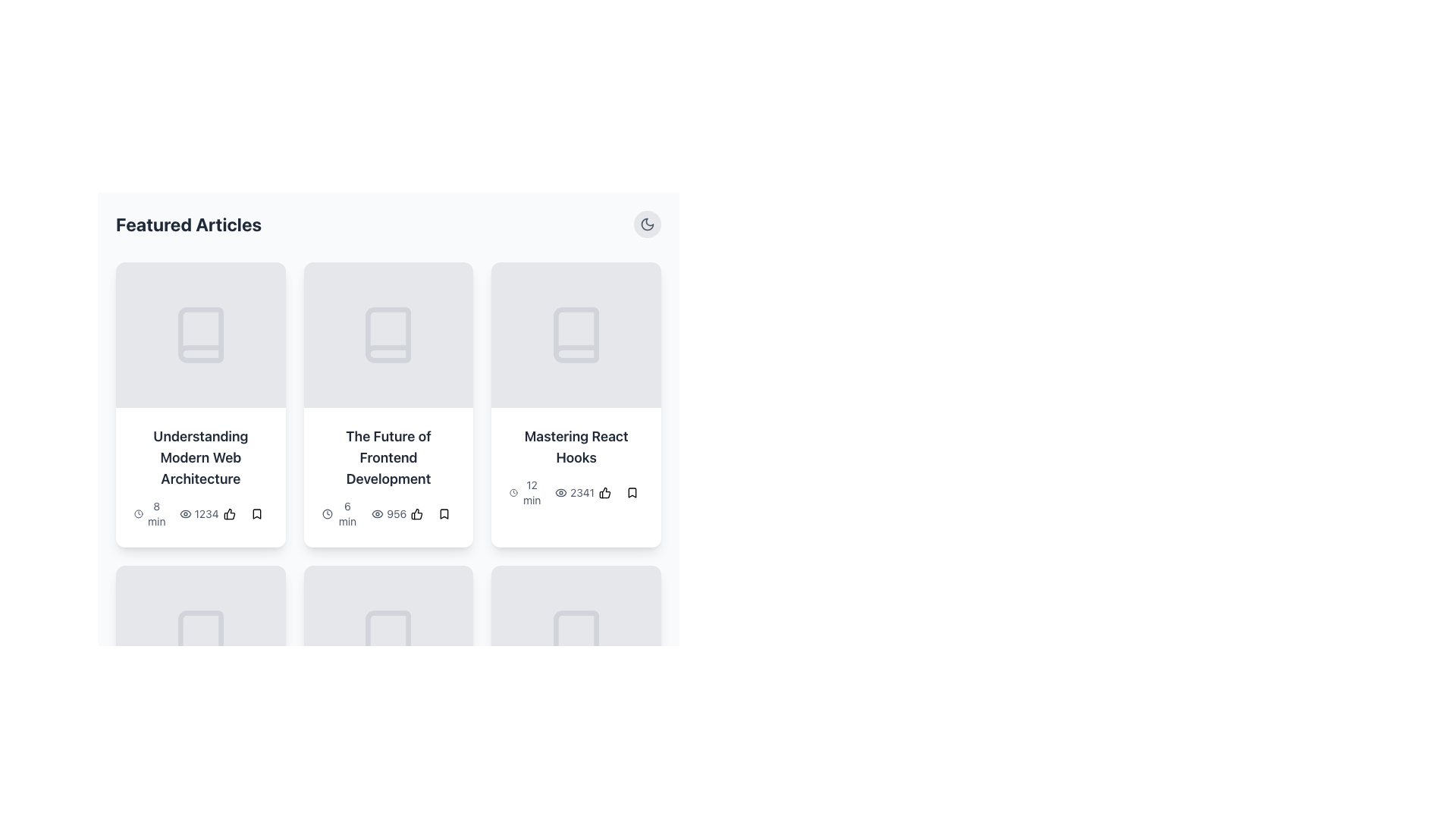 This screenshot has width=1456, height=819. I want to click on the eye-shaped icon representing 'view' or 'visibility' located under the title 'The Future of Frontend Development', to the left of the numeric display '956', so click(378, 513).